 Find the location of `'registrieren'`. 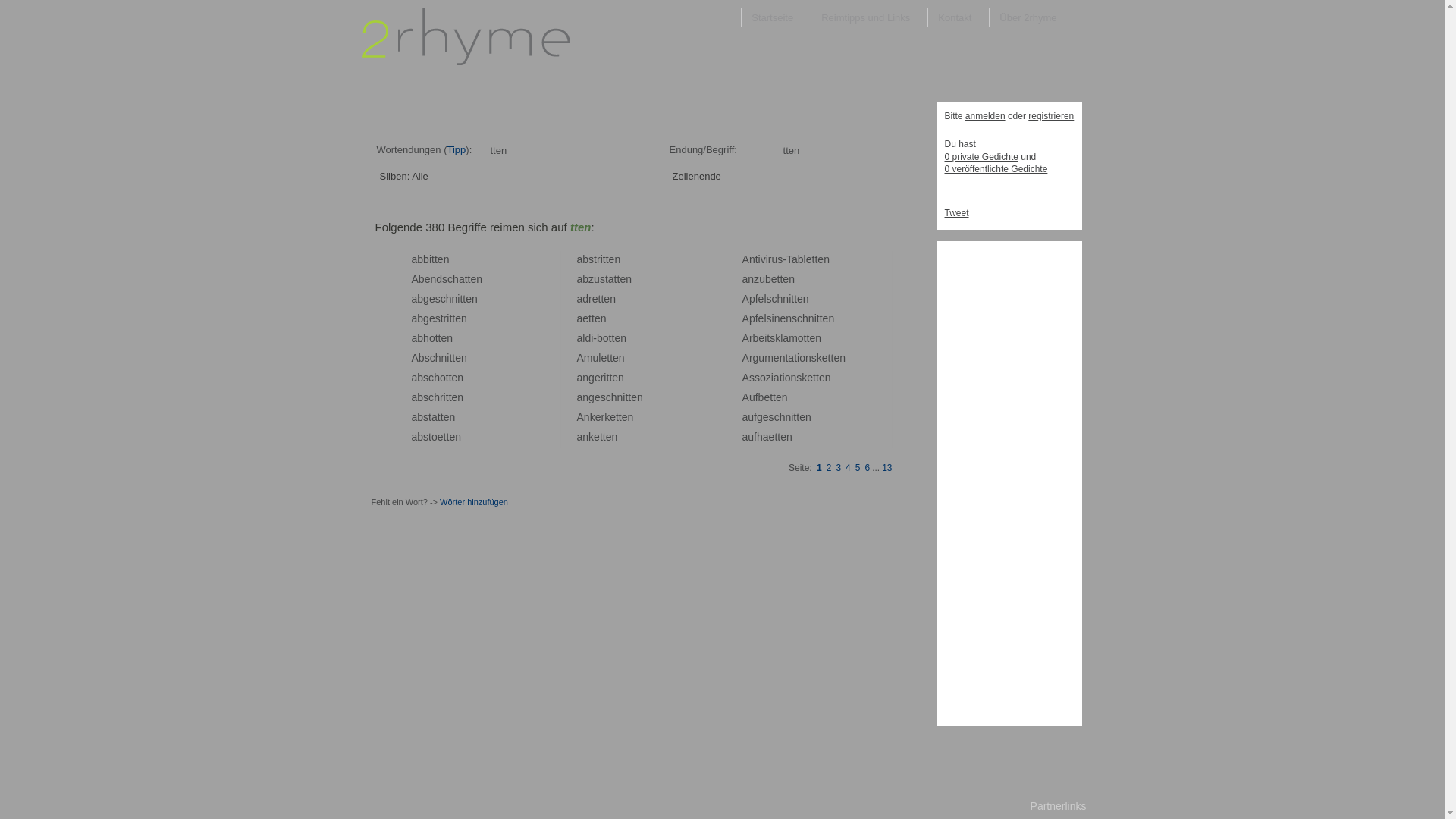

'registrieren' is located at coordinates (1050, 115).